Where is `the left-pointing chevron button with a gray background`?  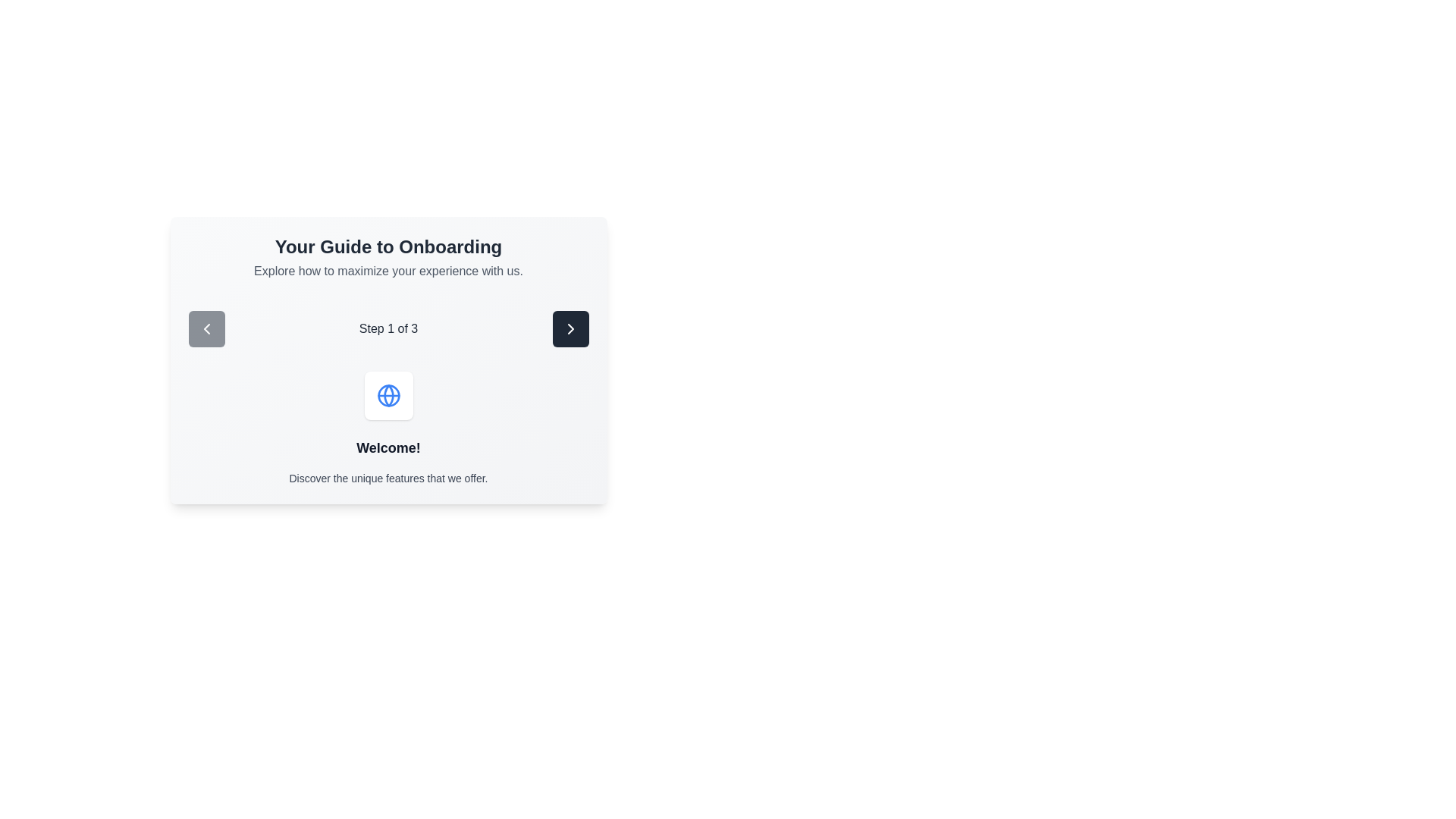 the left-pointing chevron button with a gray background is located at coordinates (206, 328).